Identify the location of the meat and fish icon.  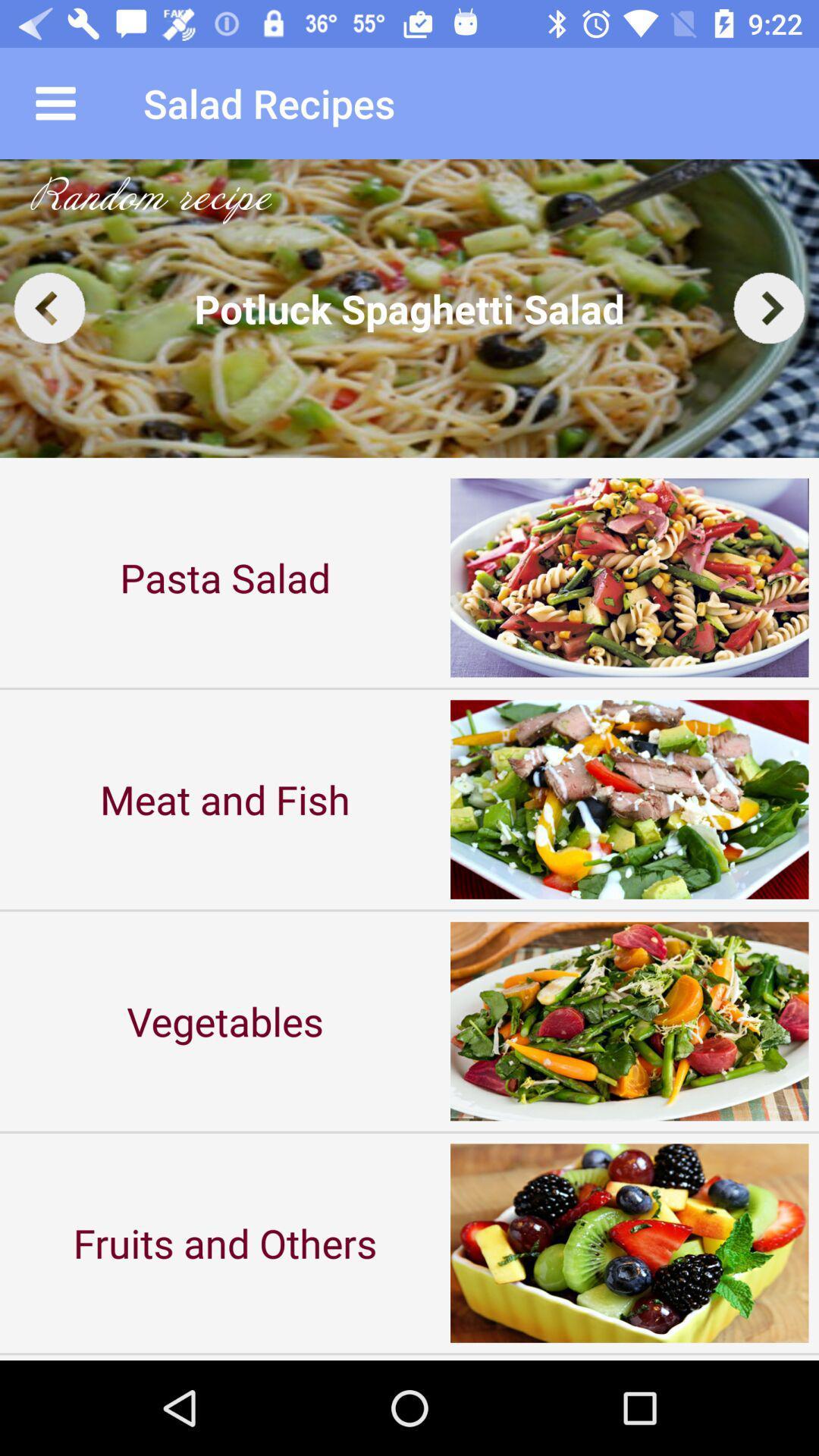
(225, 799).